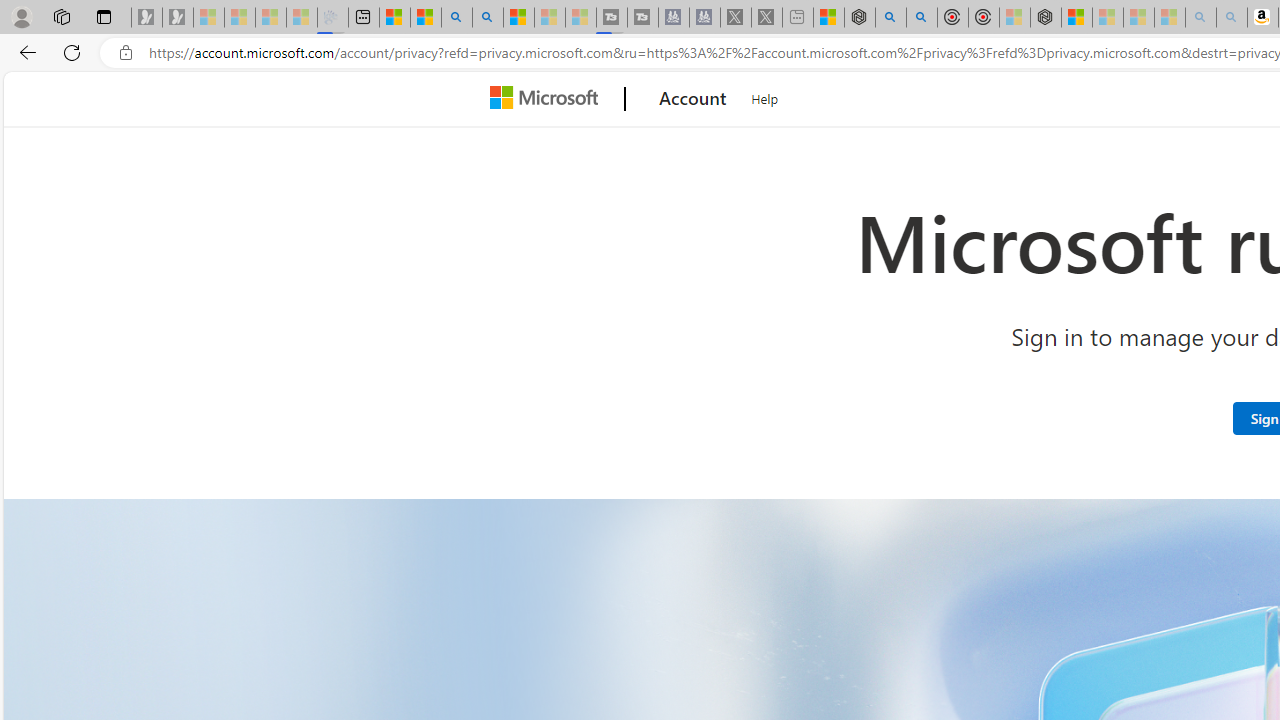  Describe the element at coordinates (548, 99) in the screenshot. I see `'Microsoft'` at that location.